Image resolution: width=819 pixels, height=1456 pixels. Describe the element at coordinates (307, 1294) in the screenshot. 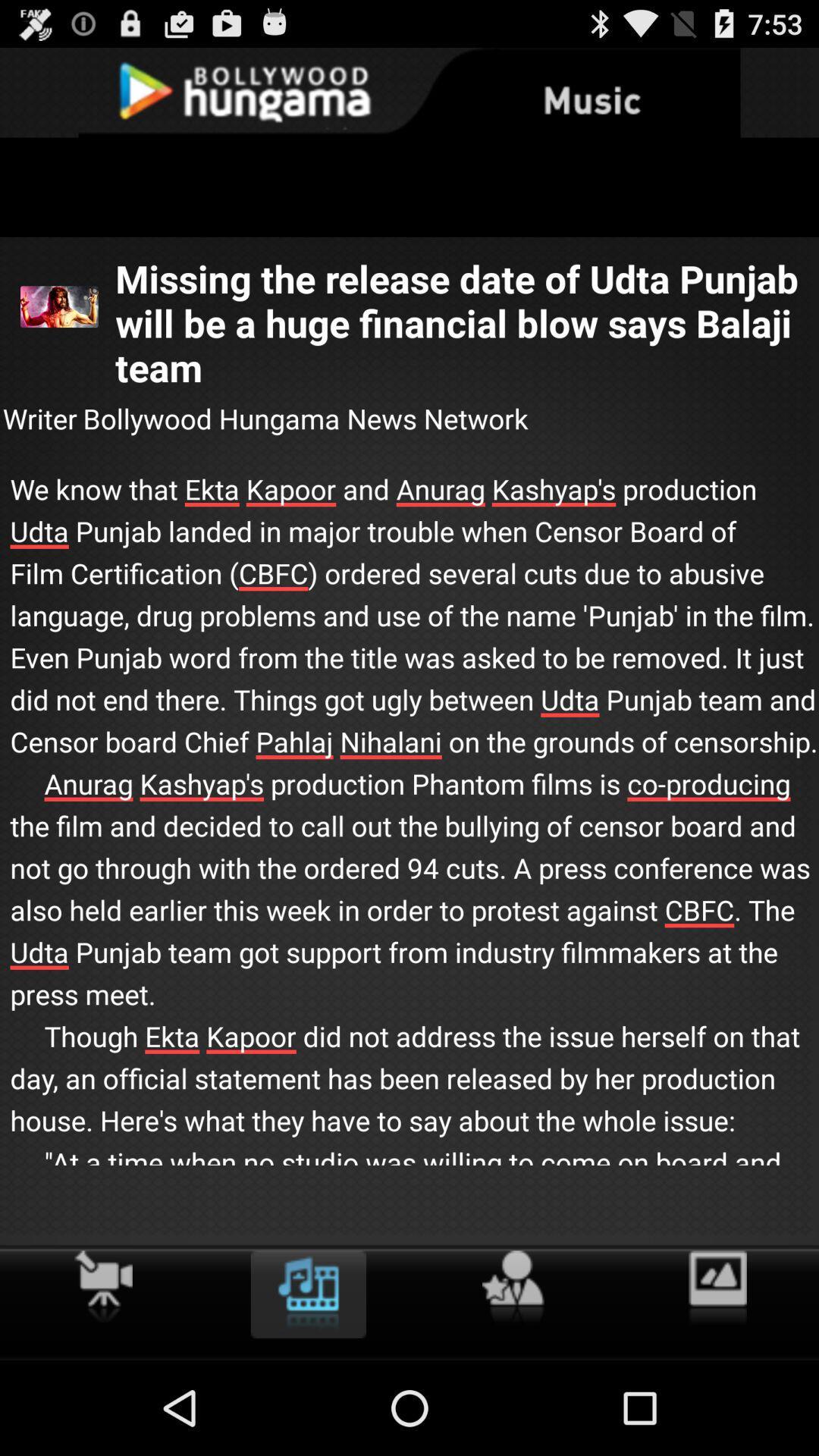

I see `item below we know that` at that location.